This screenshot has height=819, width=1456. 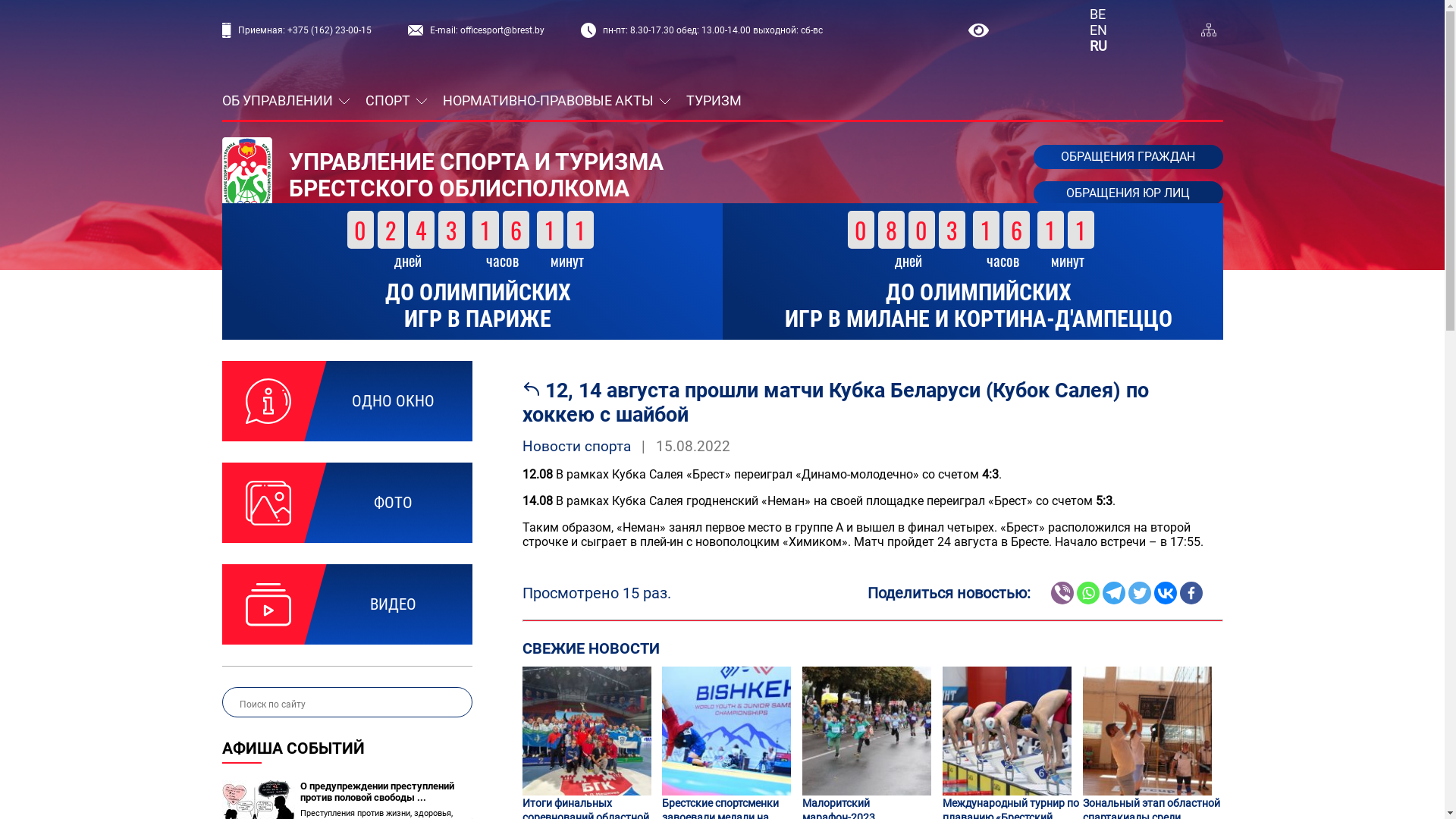 I want to click on 'Whatsapp', so click(x=1087, y=592).